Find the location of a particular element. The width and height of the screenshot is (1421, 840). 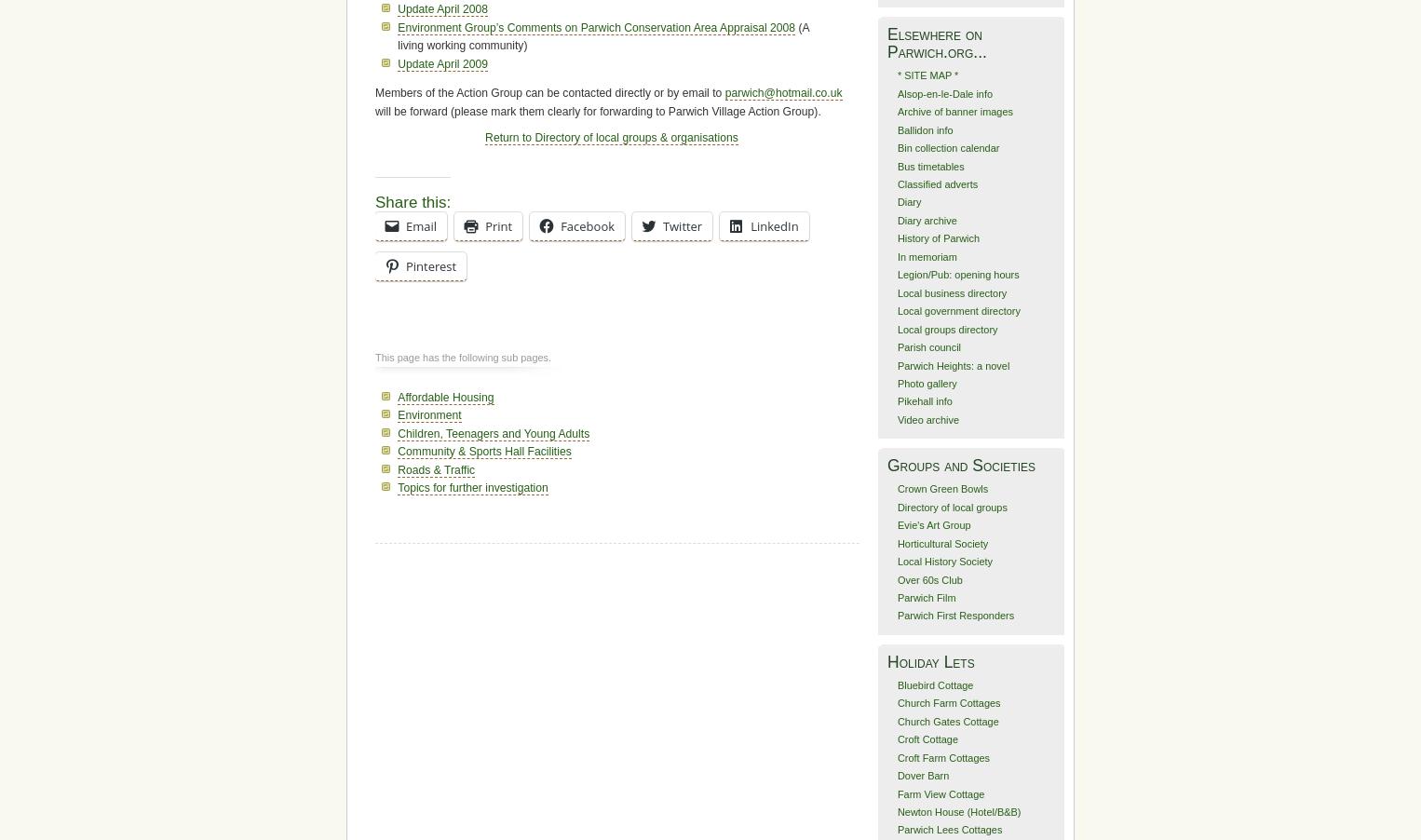

'Ballidon info' is located at coordinates (897, 129).